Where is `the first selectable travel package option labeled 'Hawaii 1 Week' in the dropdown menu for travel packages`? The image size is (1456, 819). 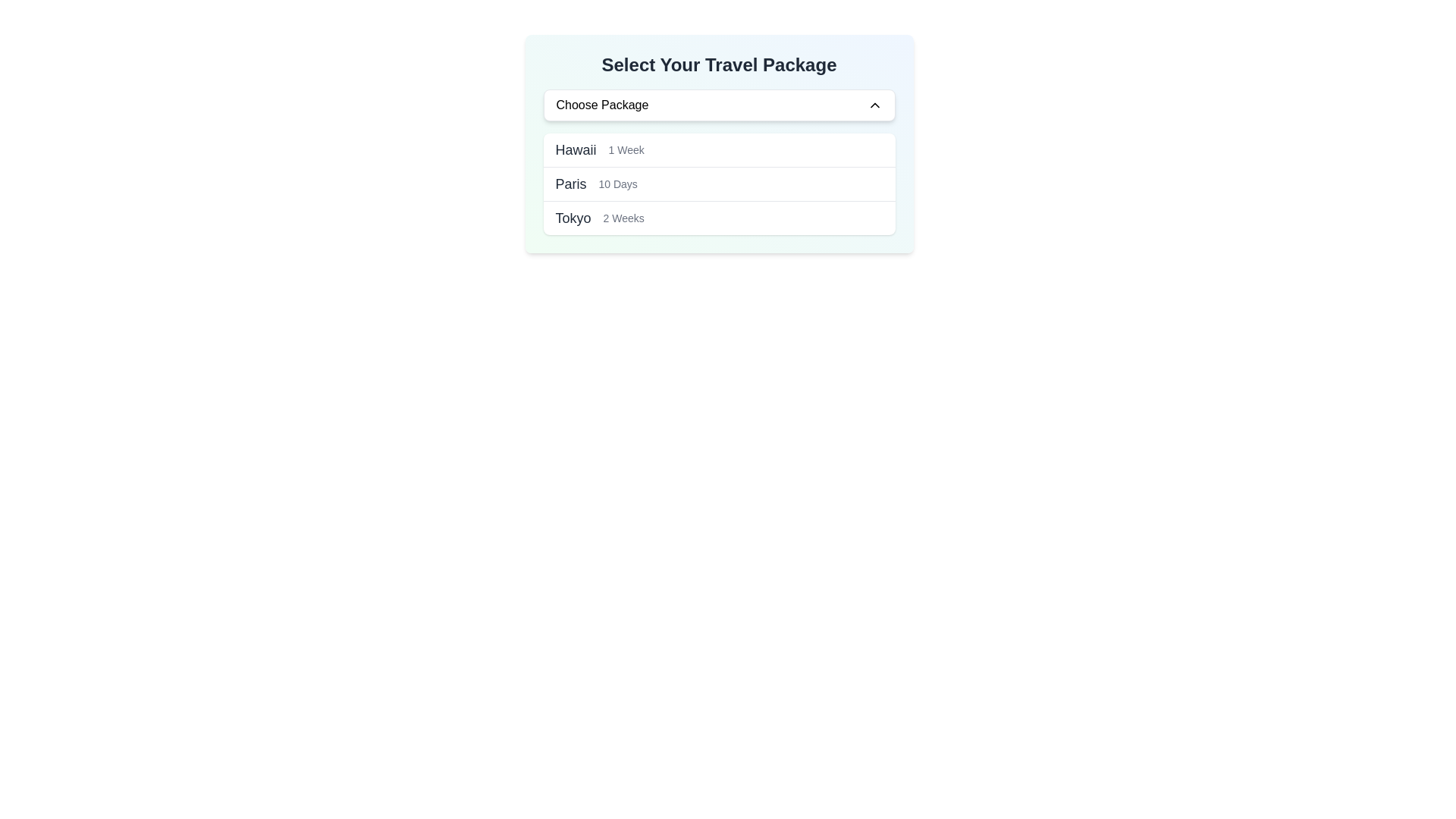 the first selectable travel package option labeled 'Hawaii 1 Week' in the dropdown menu for travel packages is located at coordinates (718, 149).